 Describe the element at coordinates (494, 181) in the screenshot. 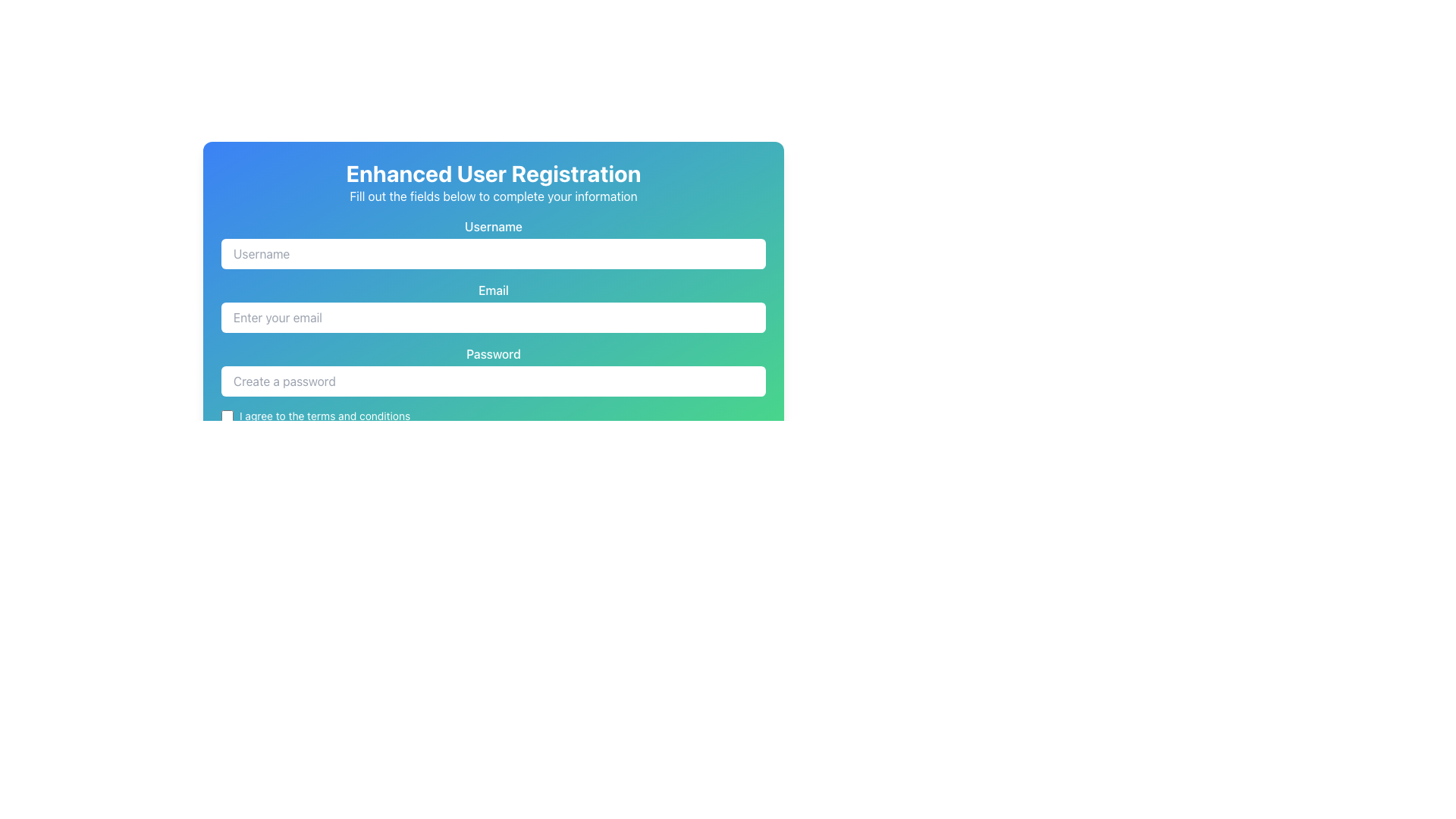

I see `the heading section titled 'Enhanced User Registration' which includes a subtitle instructing users to fill out the fields below` at that location.